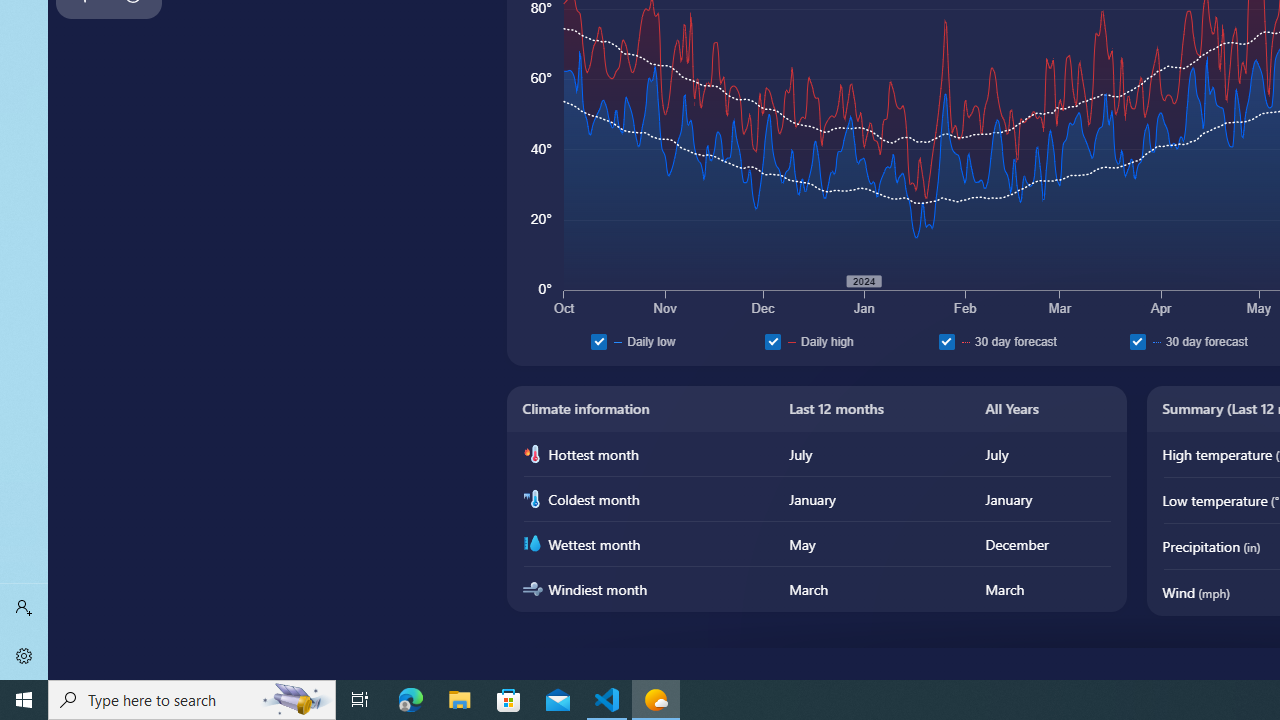  What do you see at coordinates (459, 698) in the screenshot?
I see `'File Explorer'` at bounding box center [459, 698].